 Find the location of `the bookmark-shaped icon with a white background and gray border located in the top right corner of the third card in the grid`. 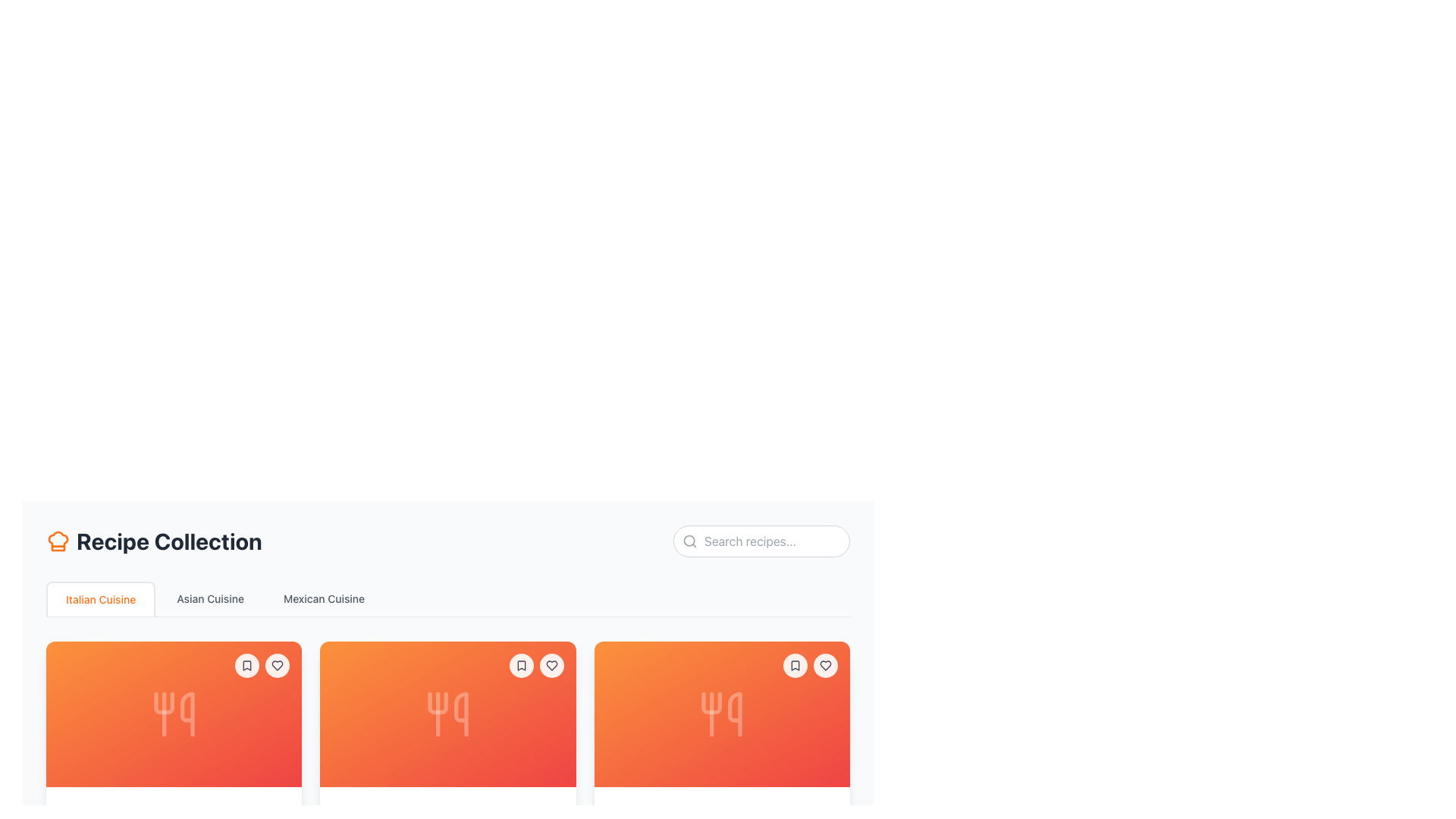

the bookmark-shaped icon with a white background and gray border located in the top right corner of the third card in the grid is located at coordinates (795, 665).